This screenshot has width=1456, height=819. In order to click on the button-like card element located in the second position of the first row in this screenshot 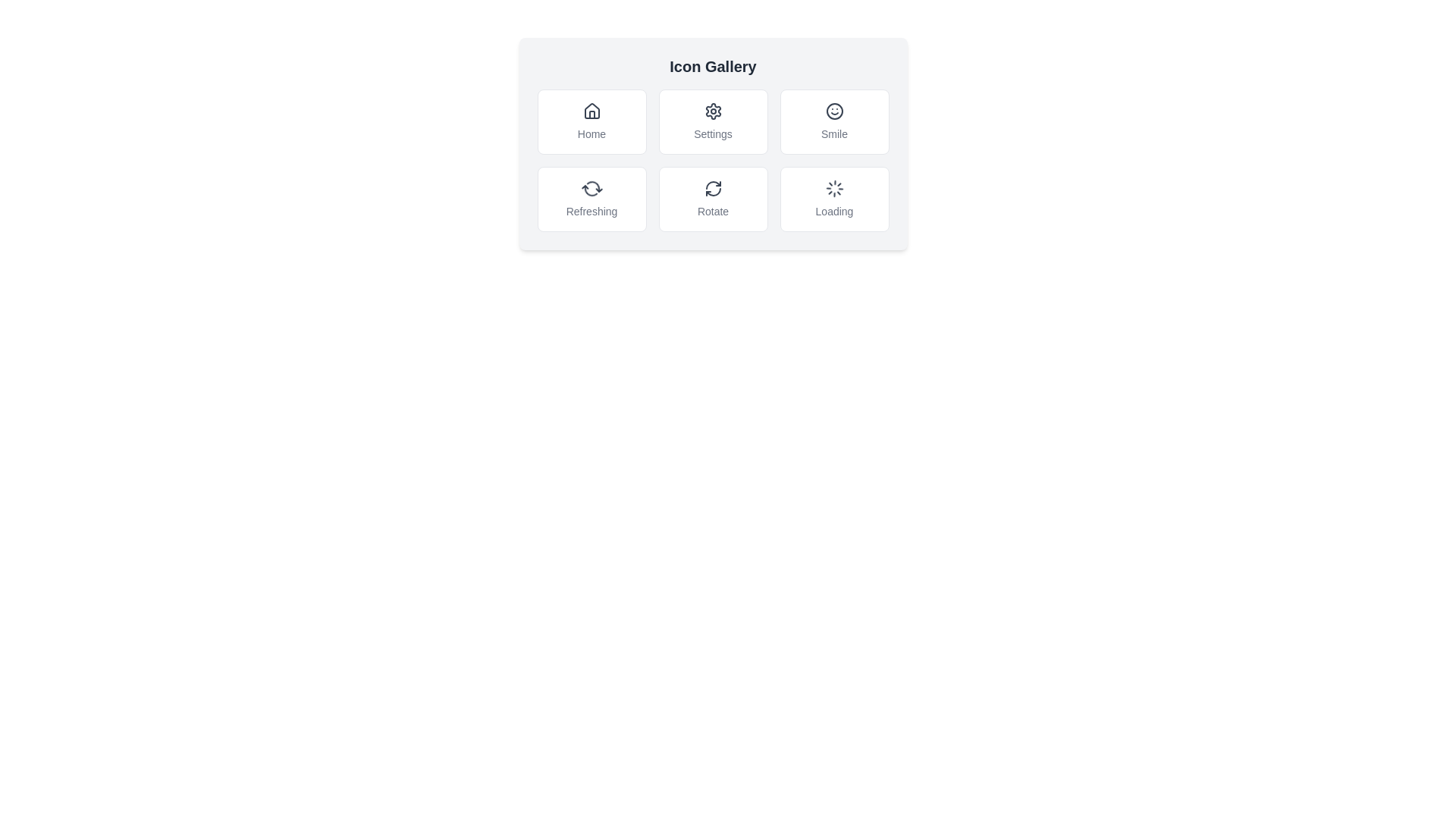, I will do `click(712, 121)`.